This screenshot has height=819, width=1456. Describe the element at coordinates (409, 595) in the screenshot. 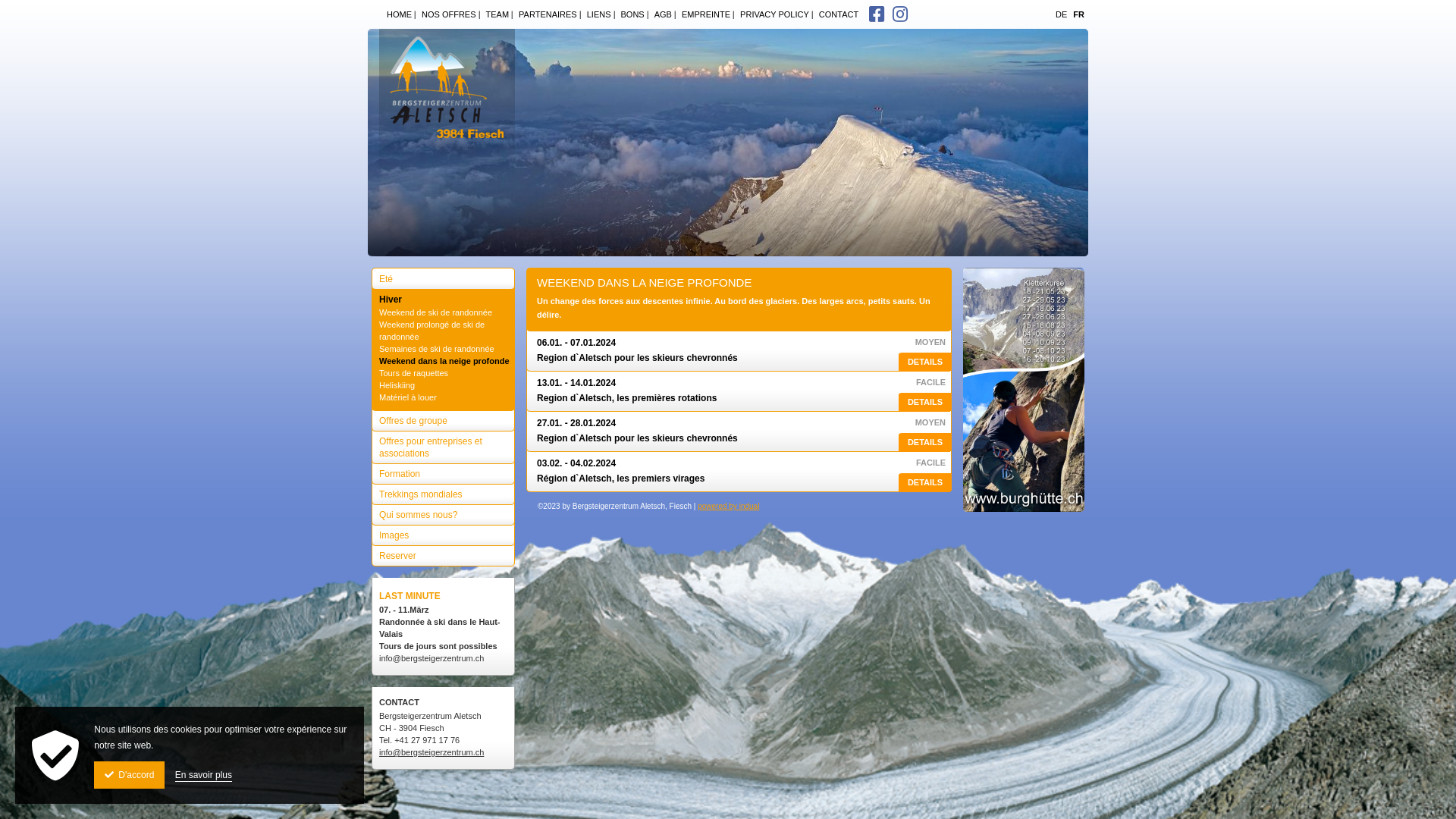

I see `'LAST MINUTE'` at that location.